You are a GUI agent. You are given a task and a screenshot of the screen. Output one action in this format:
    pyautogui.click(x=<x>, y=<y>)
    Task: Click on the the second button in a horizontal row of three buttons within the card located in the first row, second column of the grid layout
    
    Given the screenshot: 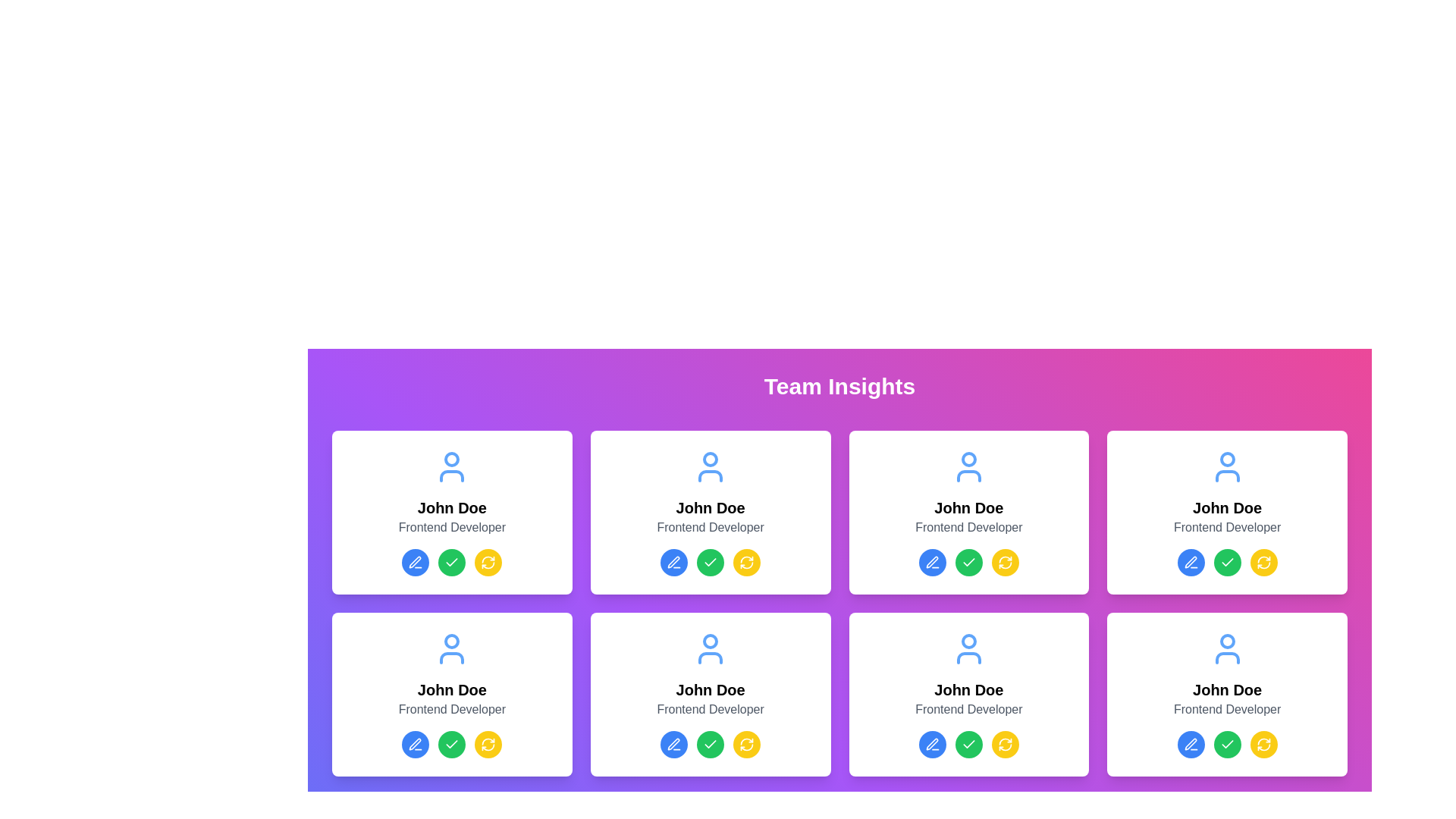 What is the action you would take?
    pyautogui.click(x=968, y=562)
    